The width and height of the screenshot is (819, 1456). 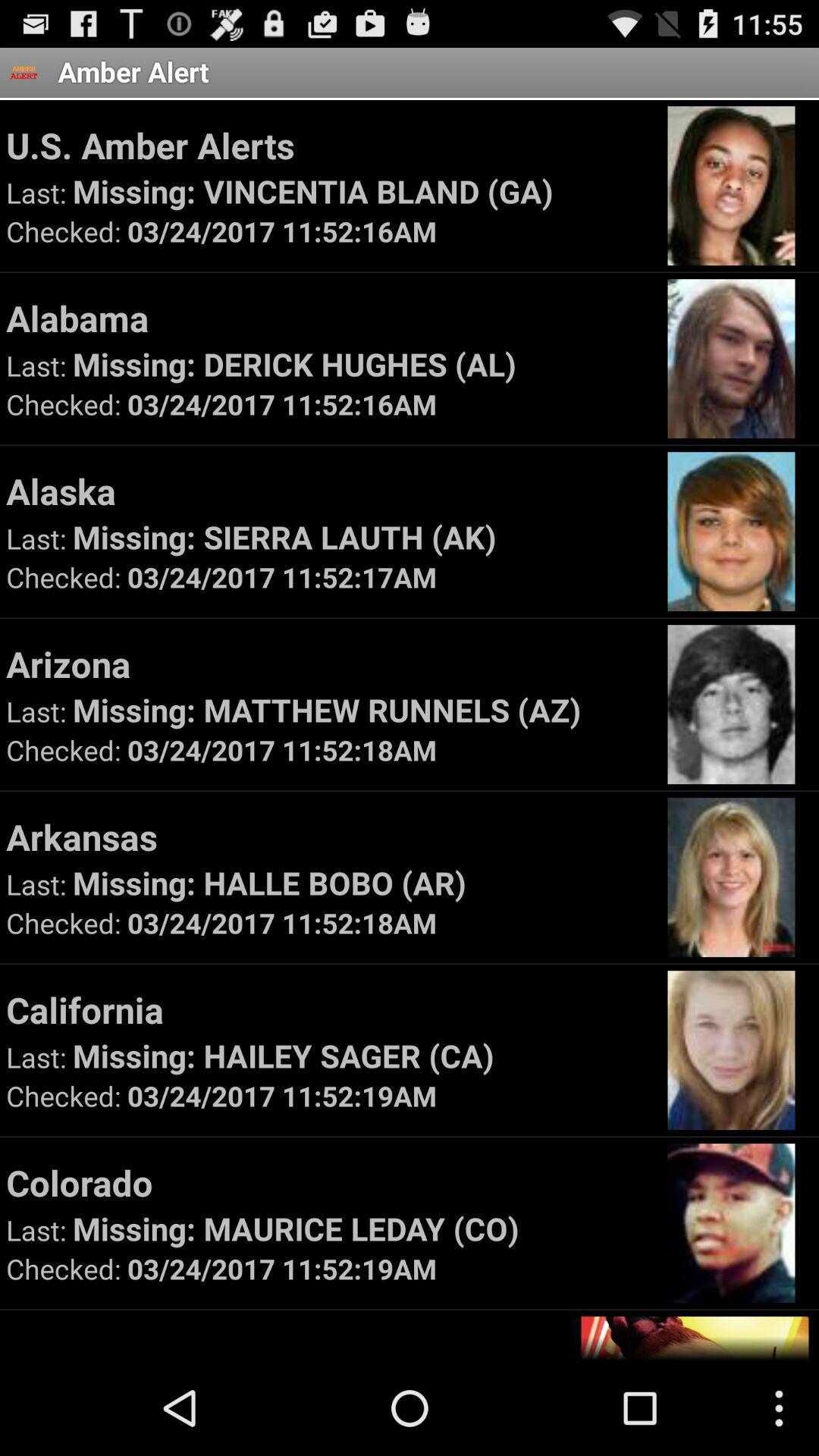 What do you see at coordinates (329, 664) in the screenshot?
I see `arizona app` at bounding box center [329, 664].